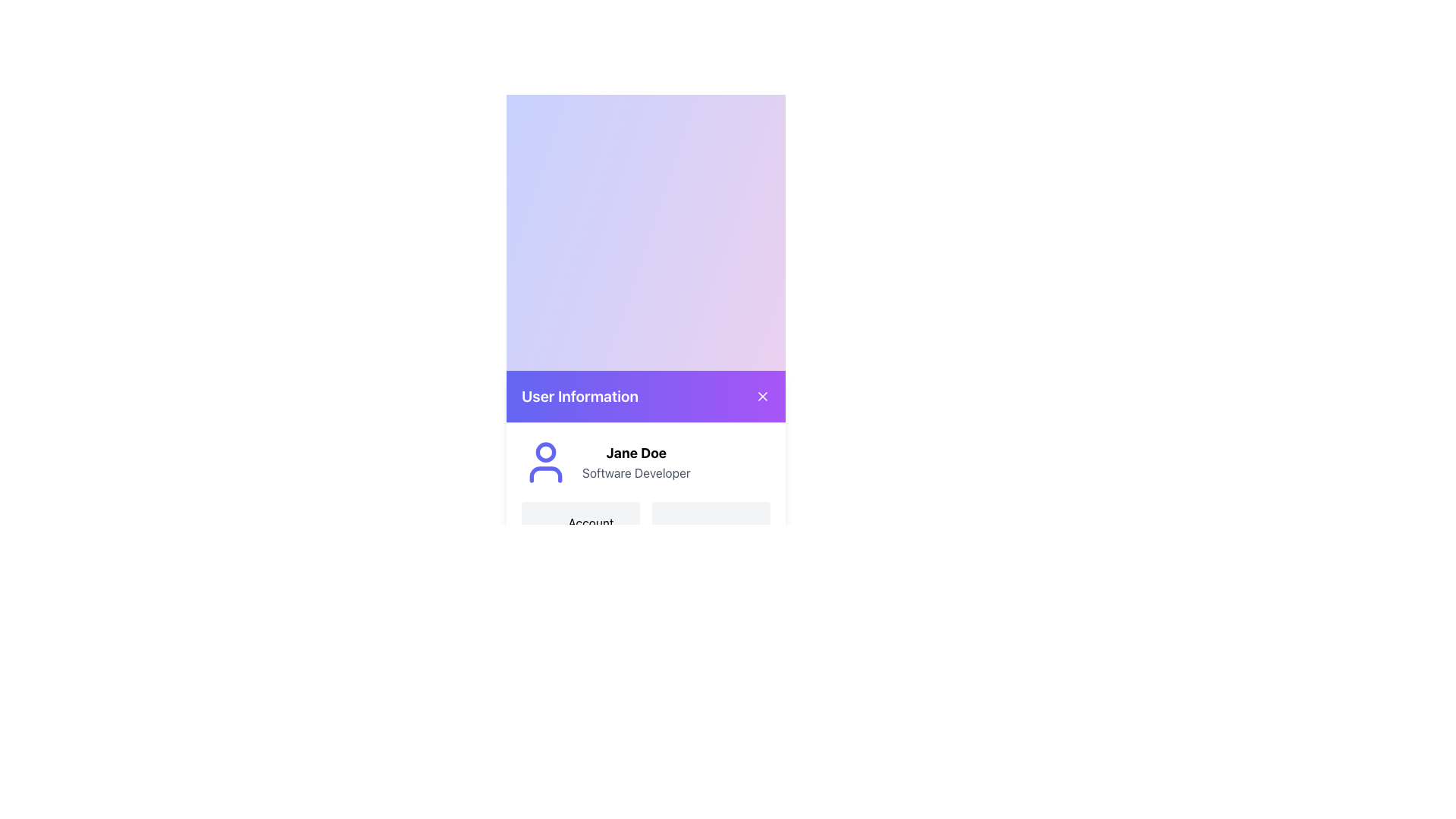 The height and width of the screenshot is (819, 1456). What do you see at coordinates (763, 395) in the screenshot?
I see `the close icon located in the top right corner of the 'User Information' header bar` at bounding box center [763, 395].